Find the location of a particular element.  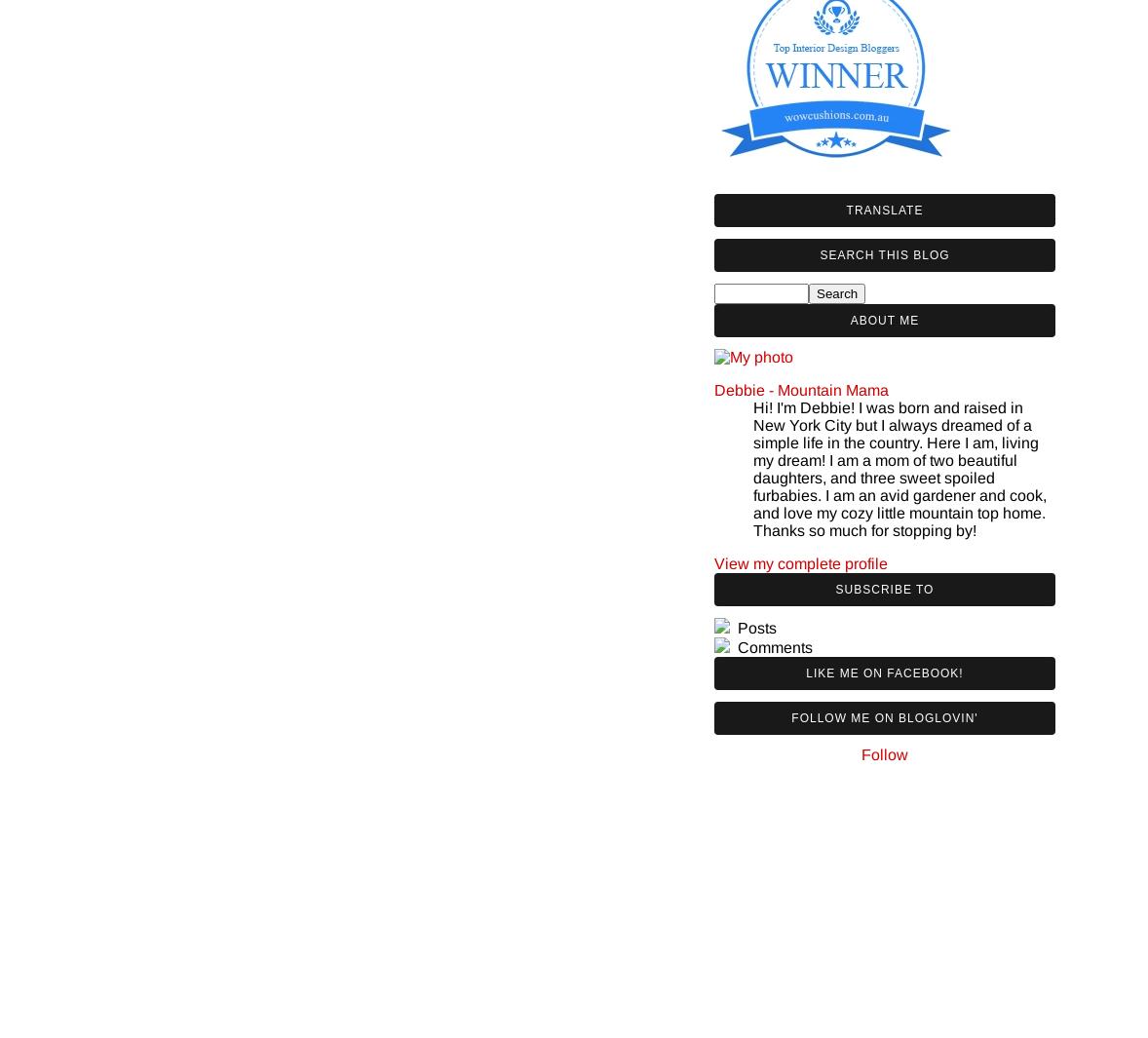

'Translate' is located at coordinates (884, 209).